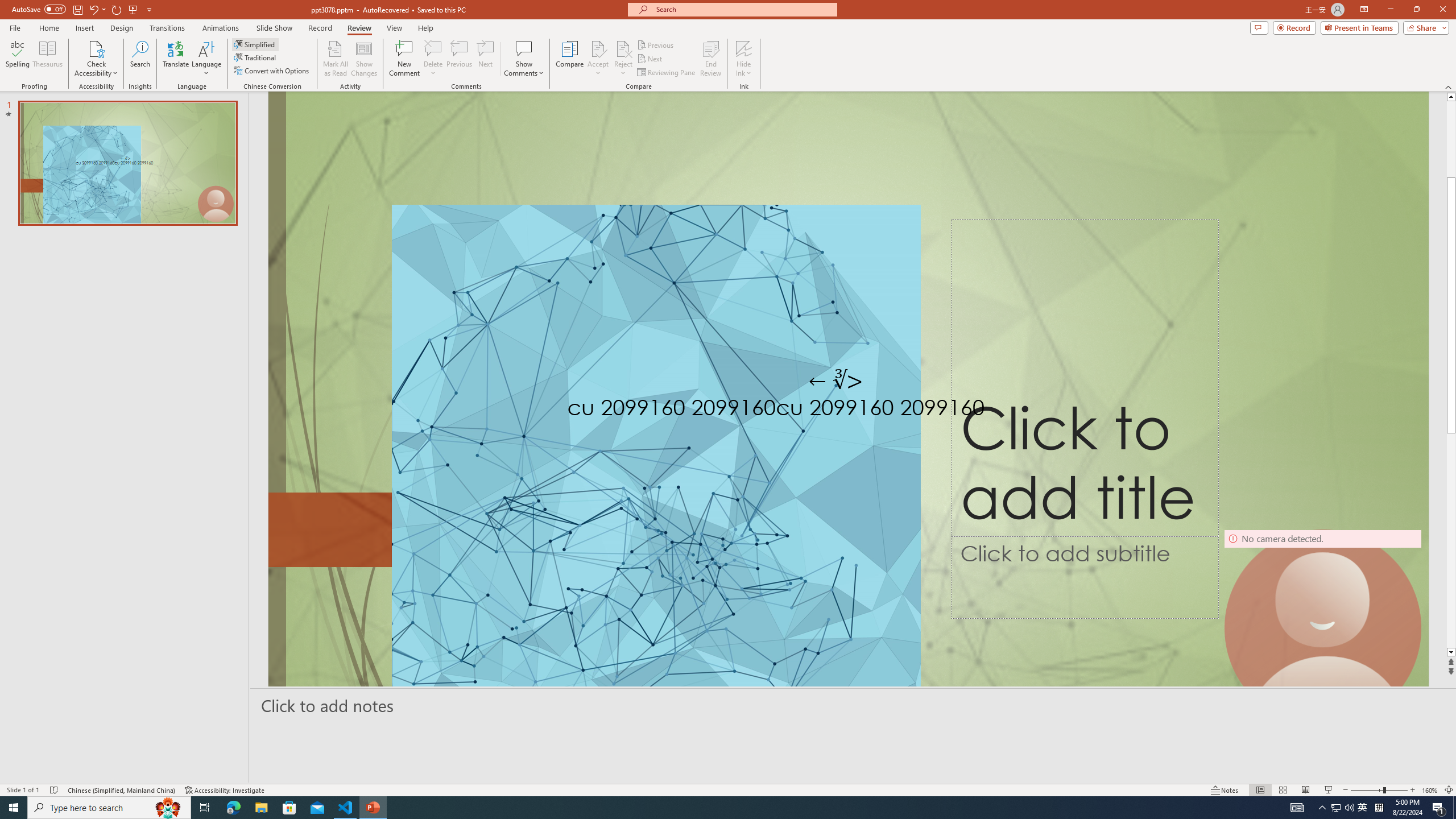 This screenshot has height=819, width=1456. Describe the element at coordinates (1430, 790) in the screenshot. I see `'Zoom 160%'` at that location.